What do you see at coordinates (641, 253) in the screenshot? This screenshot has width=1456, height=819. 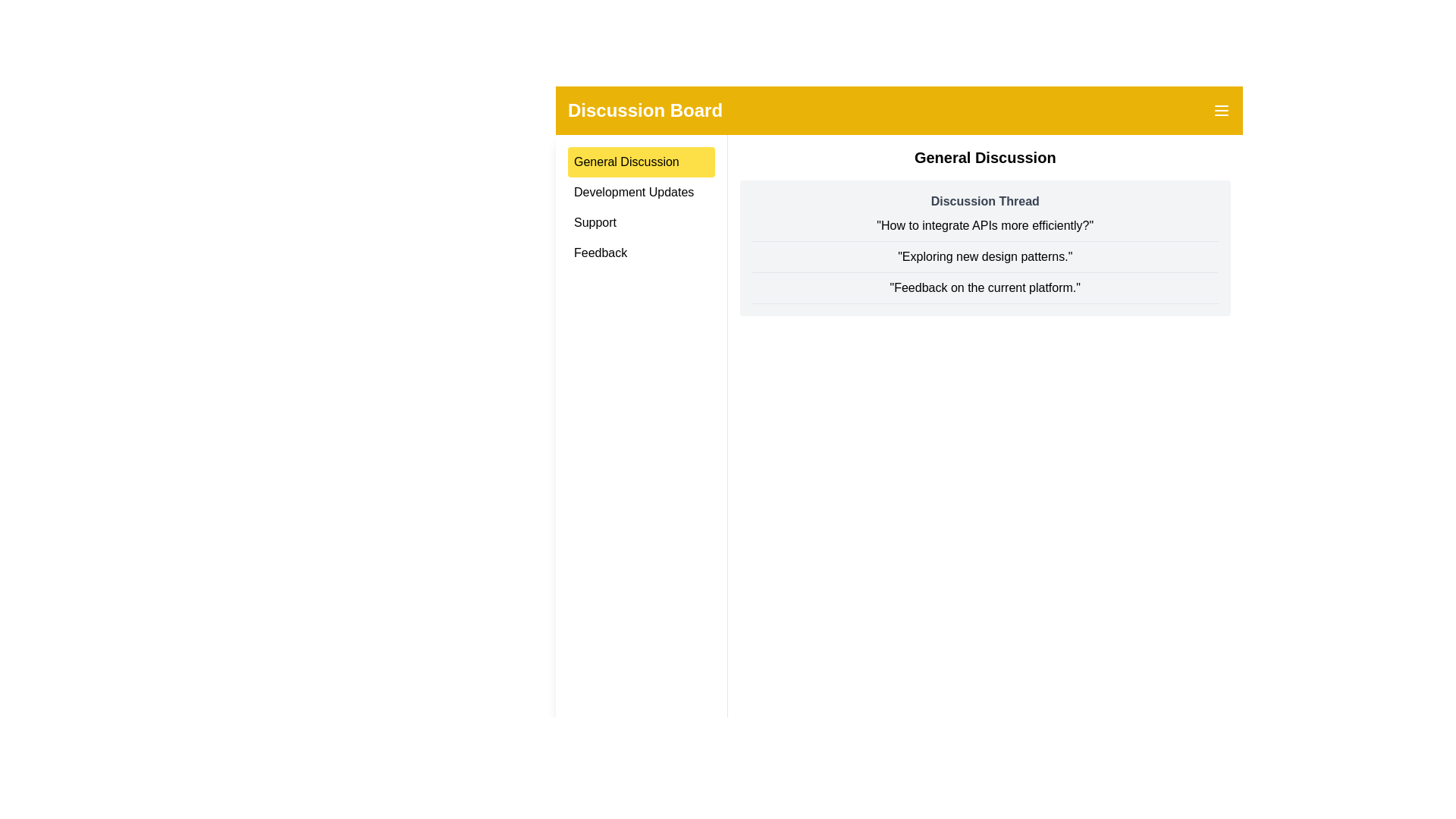 I see `the topic Feedback in the sidebar to select it` at bounding box center [641, 253].